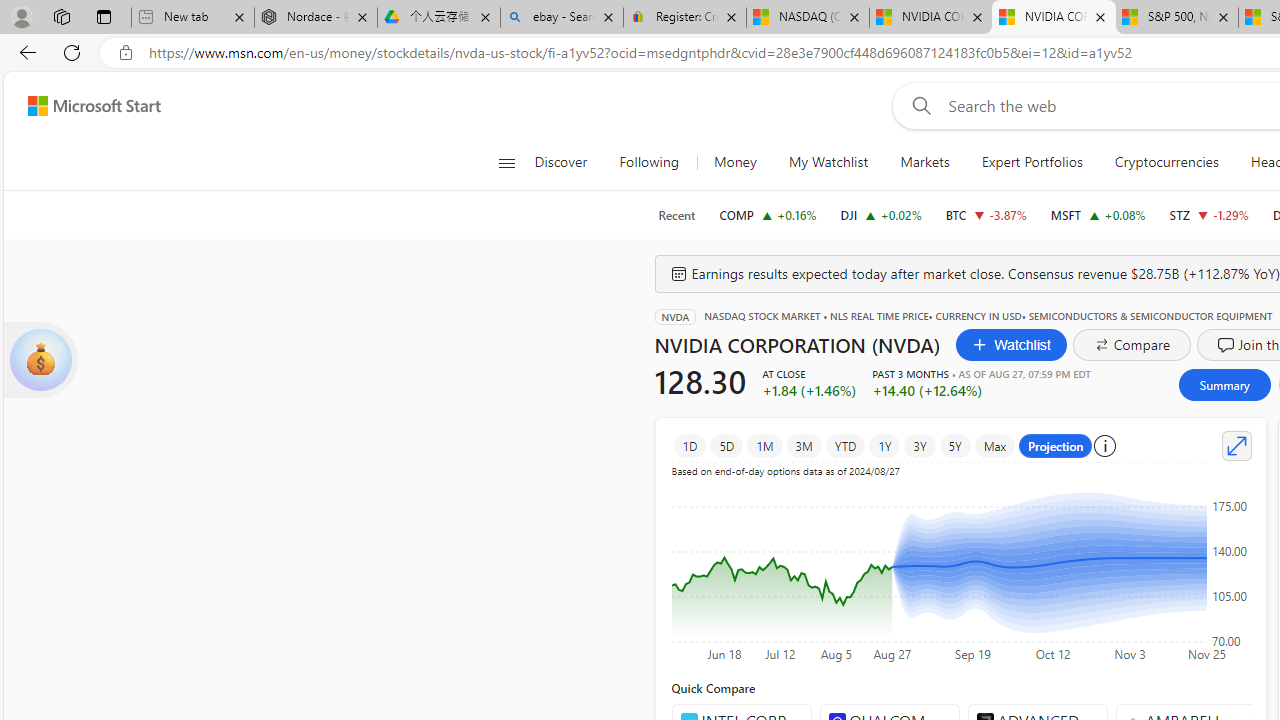 The height and width of the screenshot is (720, 1280). What do you see at coordinates (1097, 214) in the screenshot?
I see `'MSFT MICROSOFT CORPORATION increase 413.84 +0.35 +0.08%'` at bounding box center [1097, 214].